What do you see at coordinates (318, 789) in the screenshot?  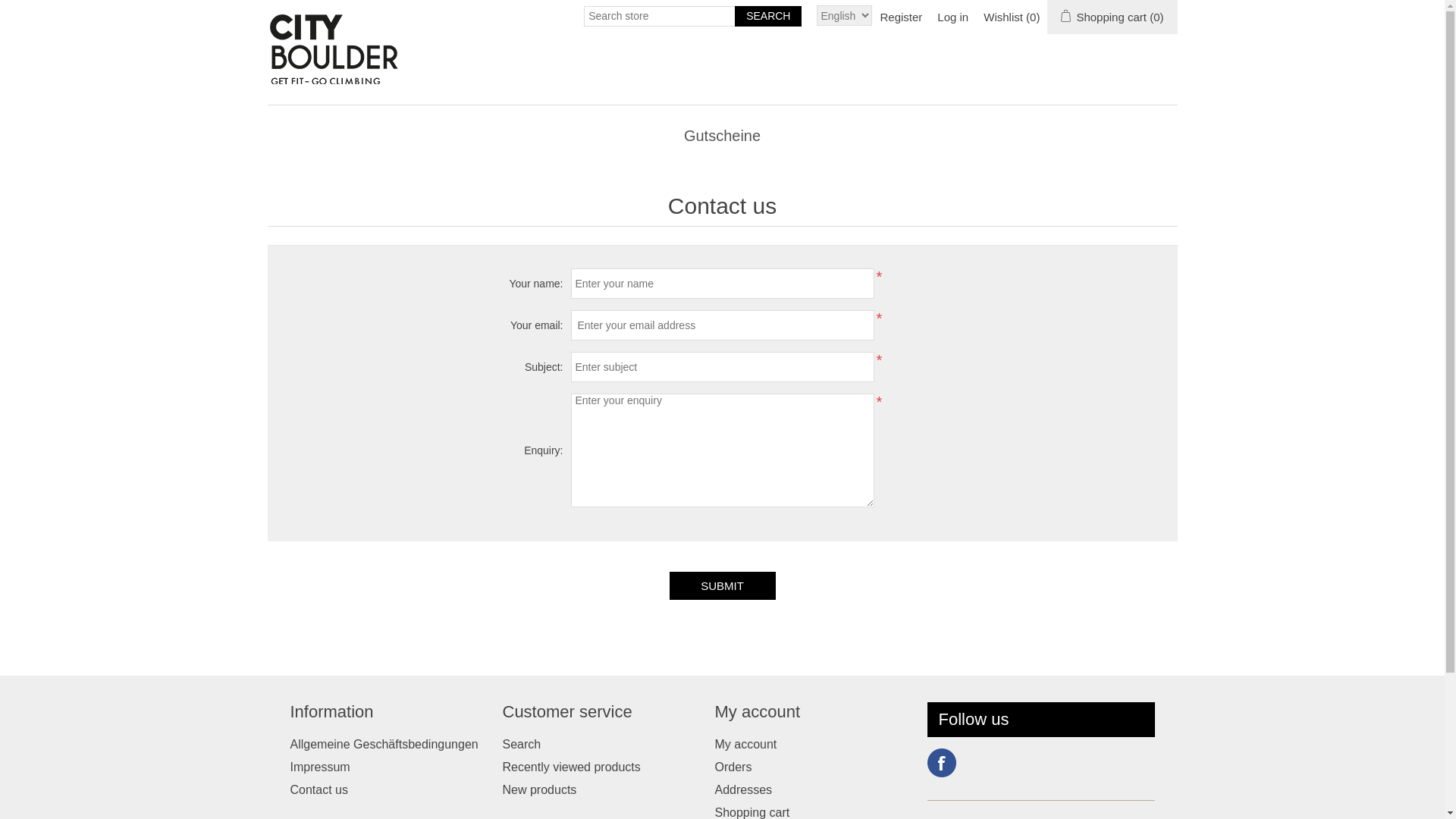 I see `'Contact us'` at bounding box center [318, 789].